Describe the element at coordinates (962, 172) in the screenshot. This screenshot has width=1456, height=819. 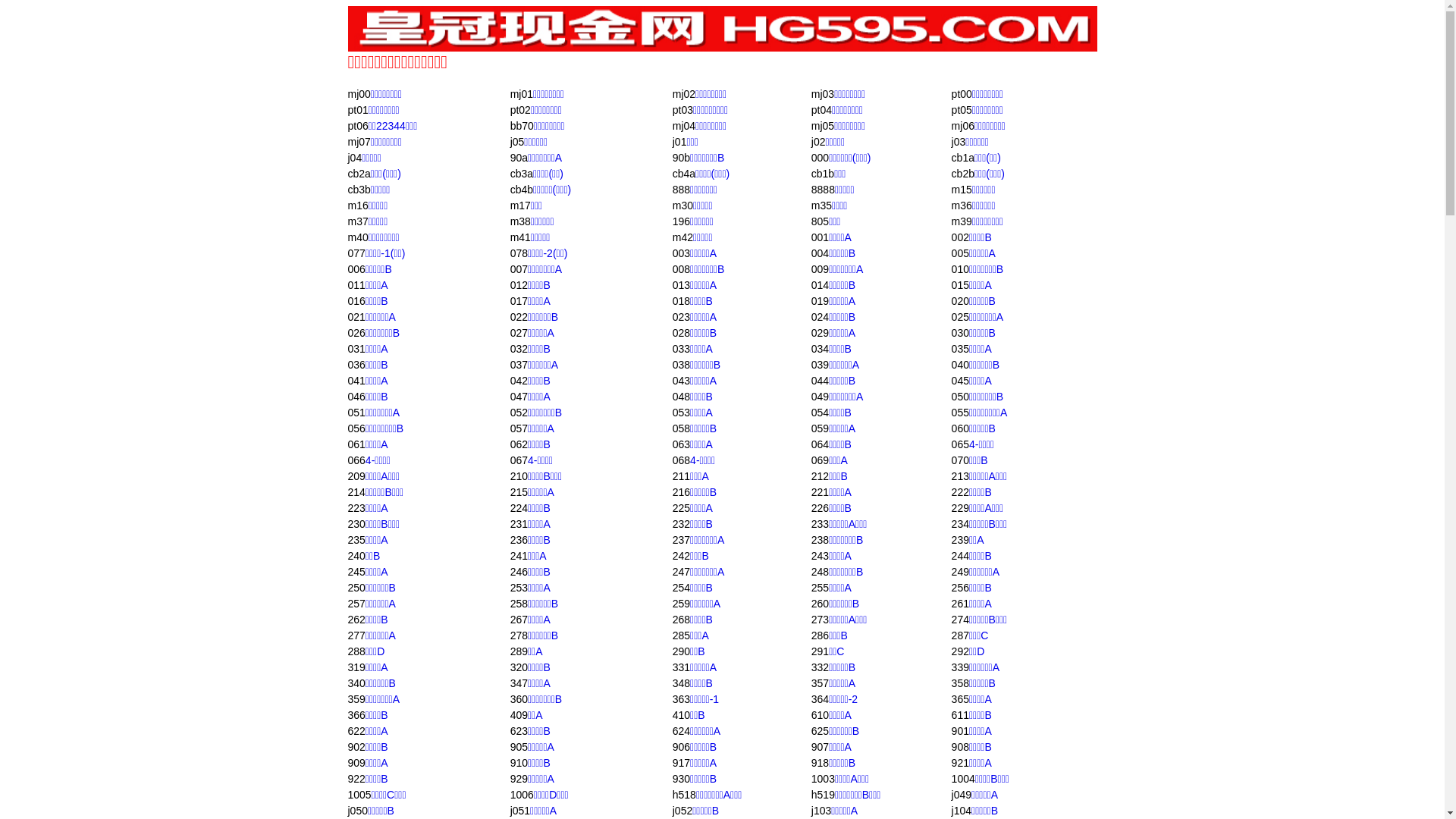
I see `'cb2b'` at that location.